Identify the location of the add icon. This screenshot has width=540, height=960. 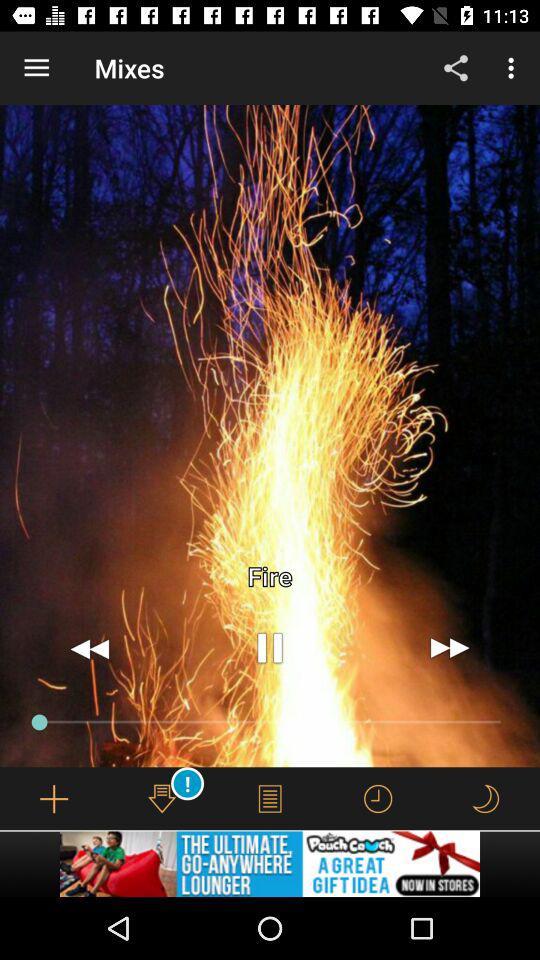
(54, 798).